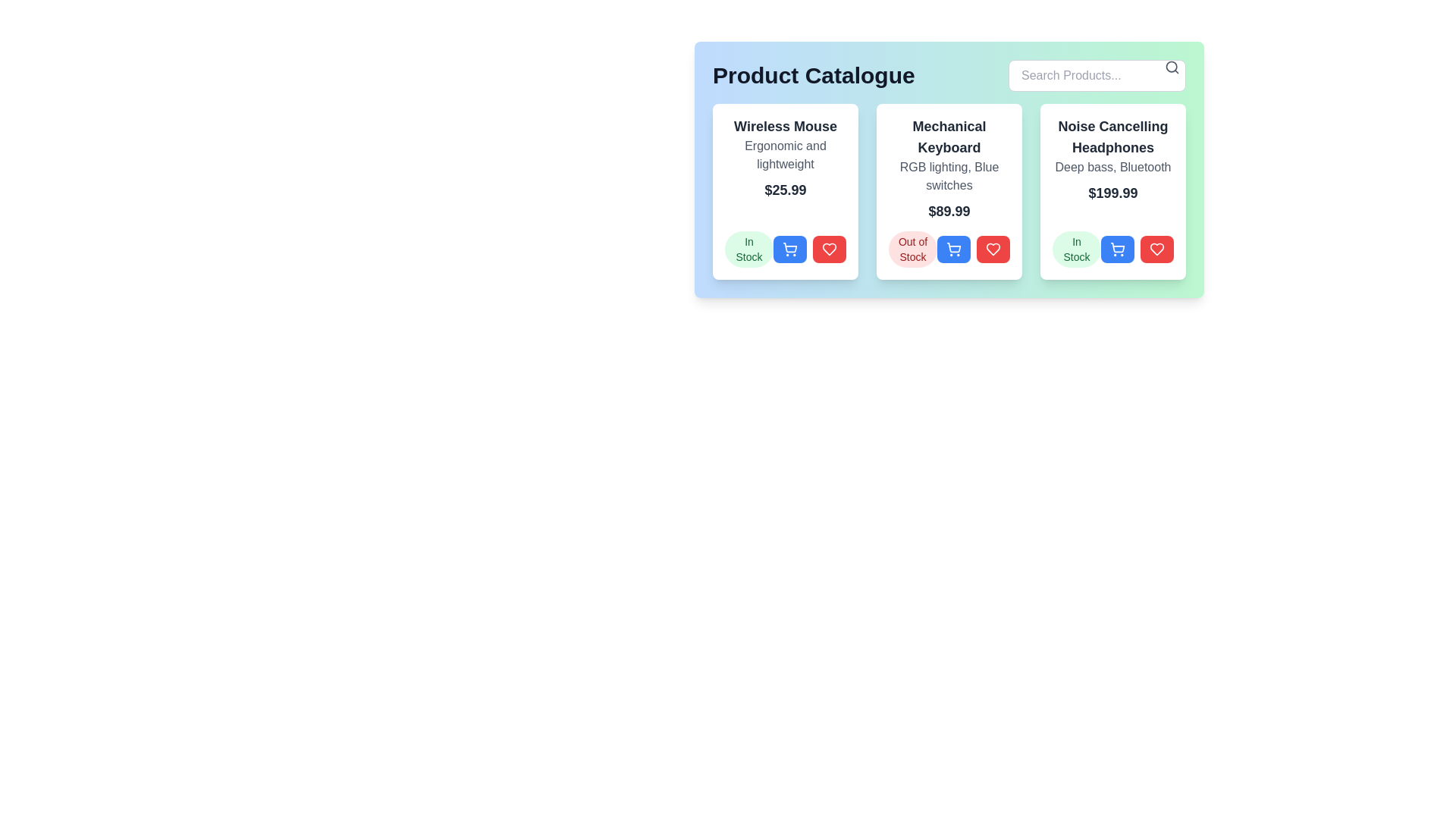  What do you see at coordinates (949, 169) in the screenshot?
I see `the informational text block that features a product description with bold titles, body text for features, and a highlighted price, located at the center of the second product card in the product catalogue grid` at bounding box center [949, 169].